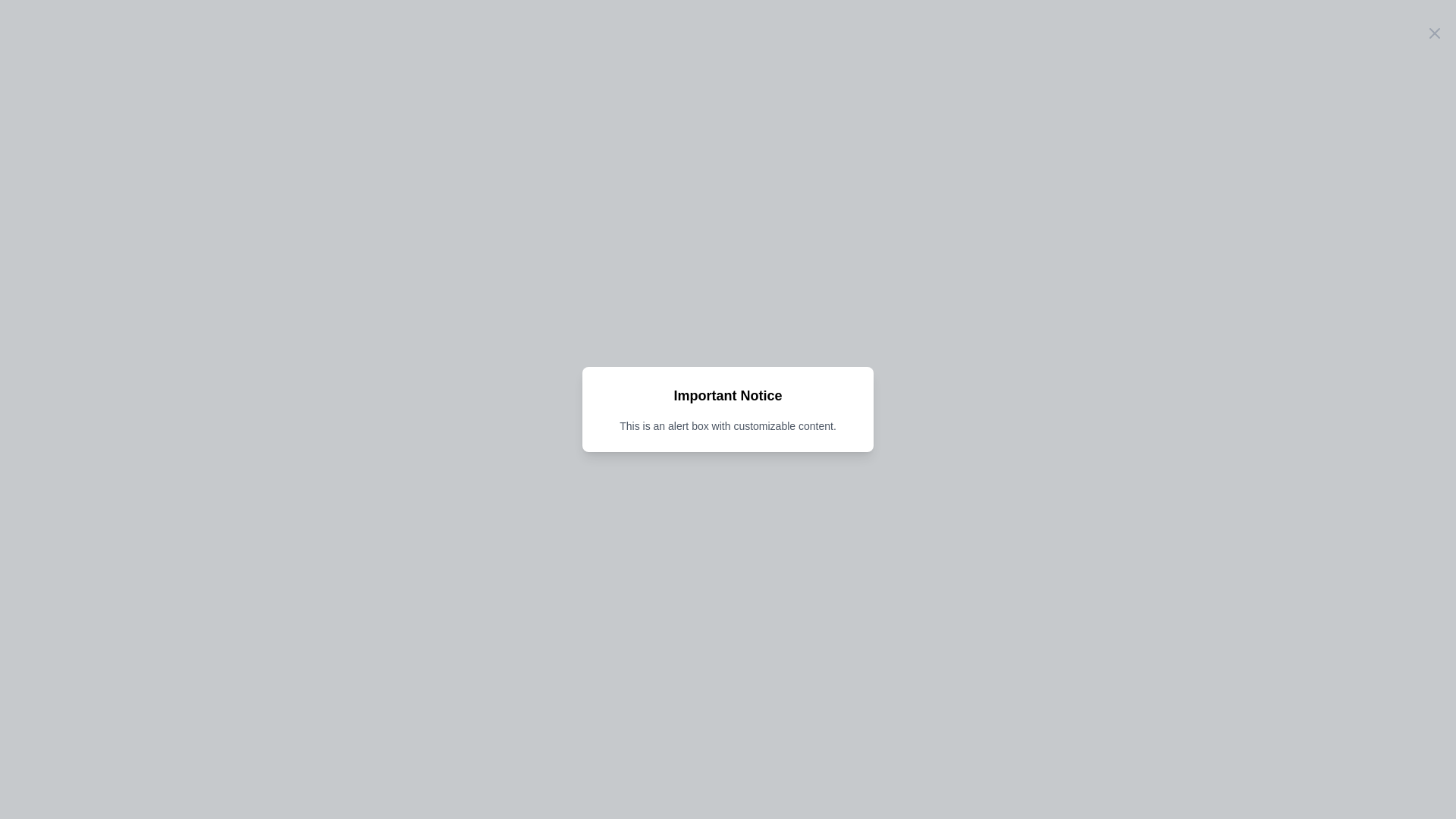 This screenshot has height=819, width=1456. I want to click on the text label displaying the message 'This is an alert box with customizable content.' which is styled in a small gray font and positioned below the title 'Important Notice' in the alert box, so click(728, 426).